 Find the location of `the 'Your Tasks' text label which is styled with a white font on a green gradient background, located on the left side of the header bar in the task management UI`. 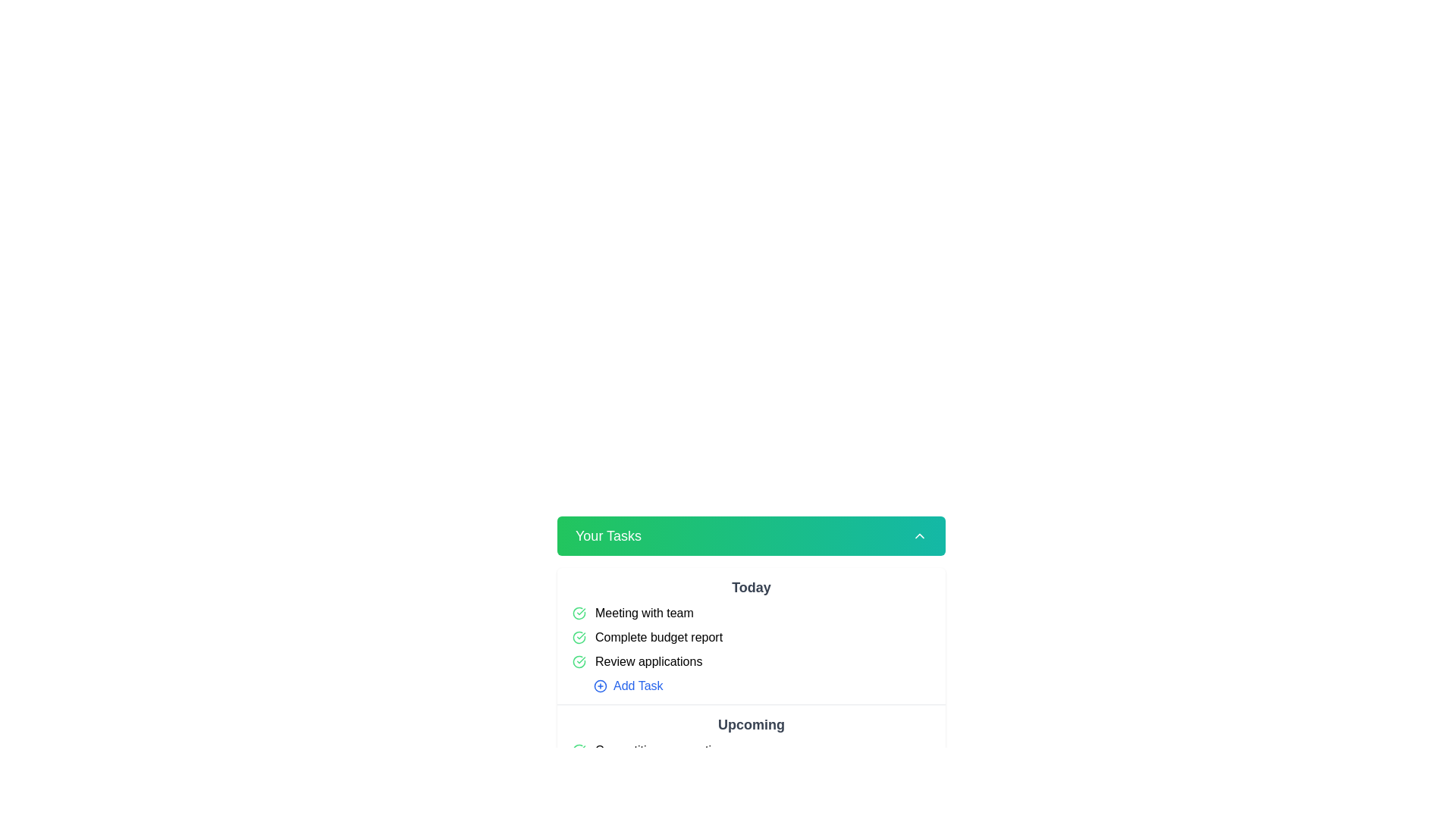

the 'Your Tasks' text label which is styled with a white font on a green gradient background, located on the left side of the header bar in the task management UI is located at coordinates (608, 535).